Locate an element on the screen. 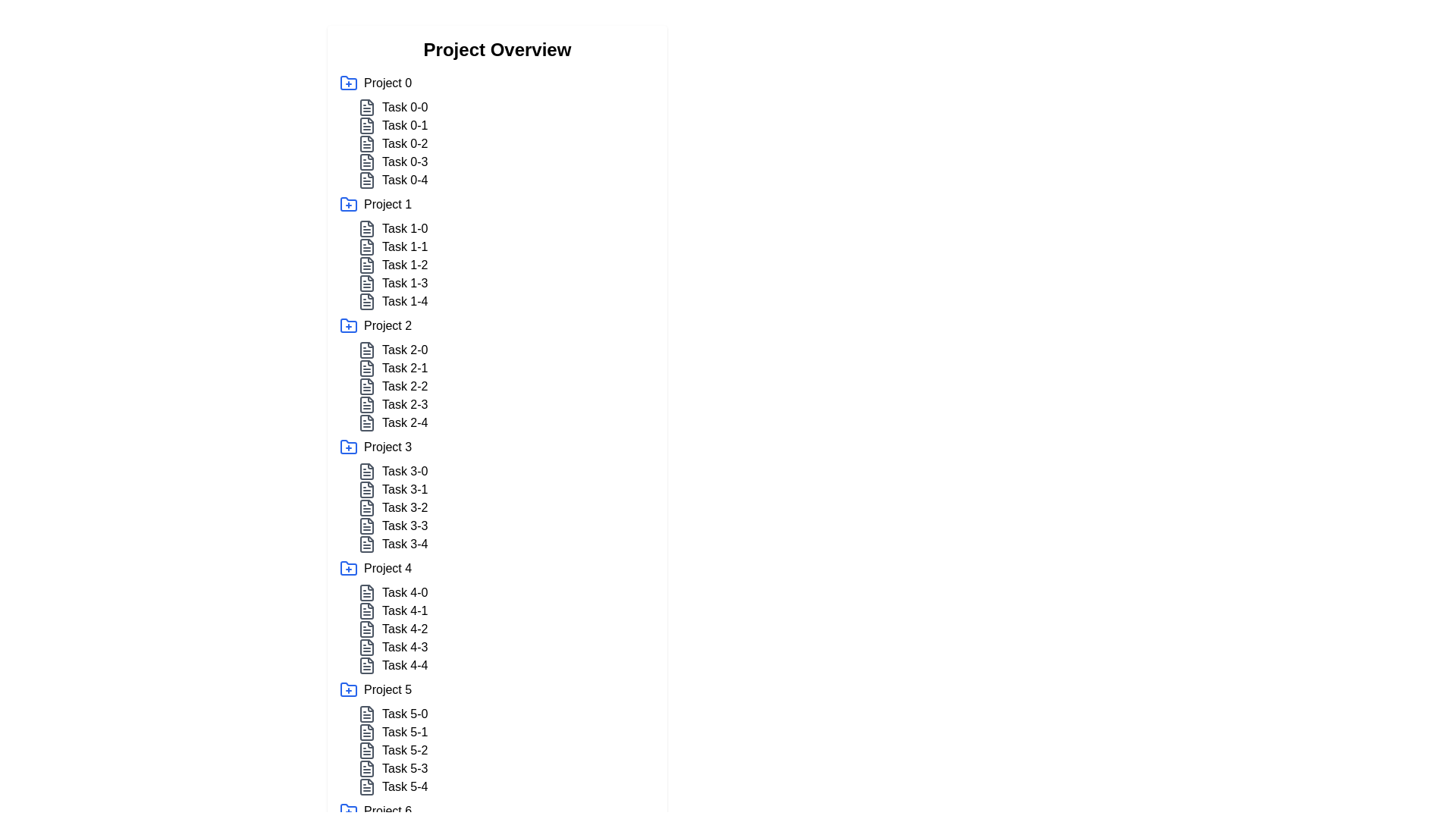  the third Text Label item in the list under the 'Project 2' heading, which is located between 'Task 2-1' and 'Task 2-3' is located at coordinates (405, 385).